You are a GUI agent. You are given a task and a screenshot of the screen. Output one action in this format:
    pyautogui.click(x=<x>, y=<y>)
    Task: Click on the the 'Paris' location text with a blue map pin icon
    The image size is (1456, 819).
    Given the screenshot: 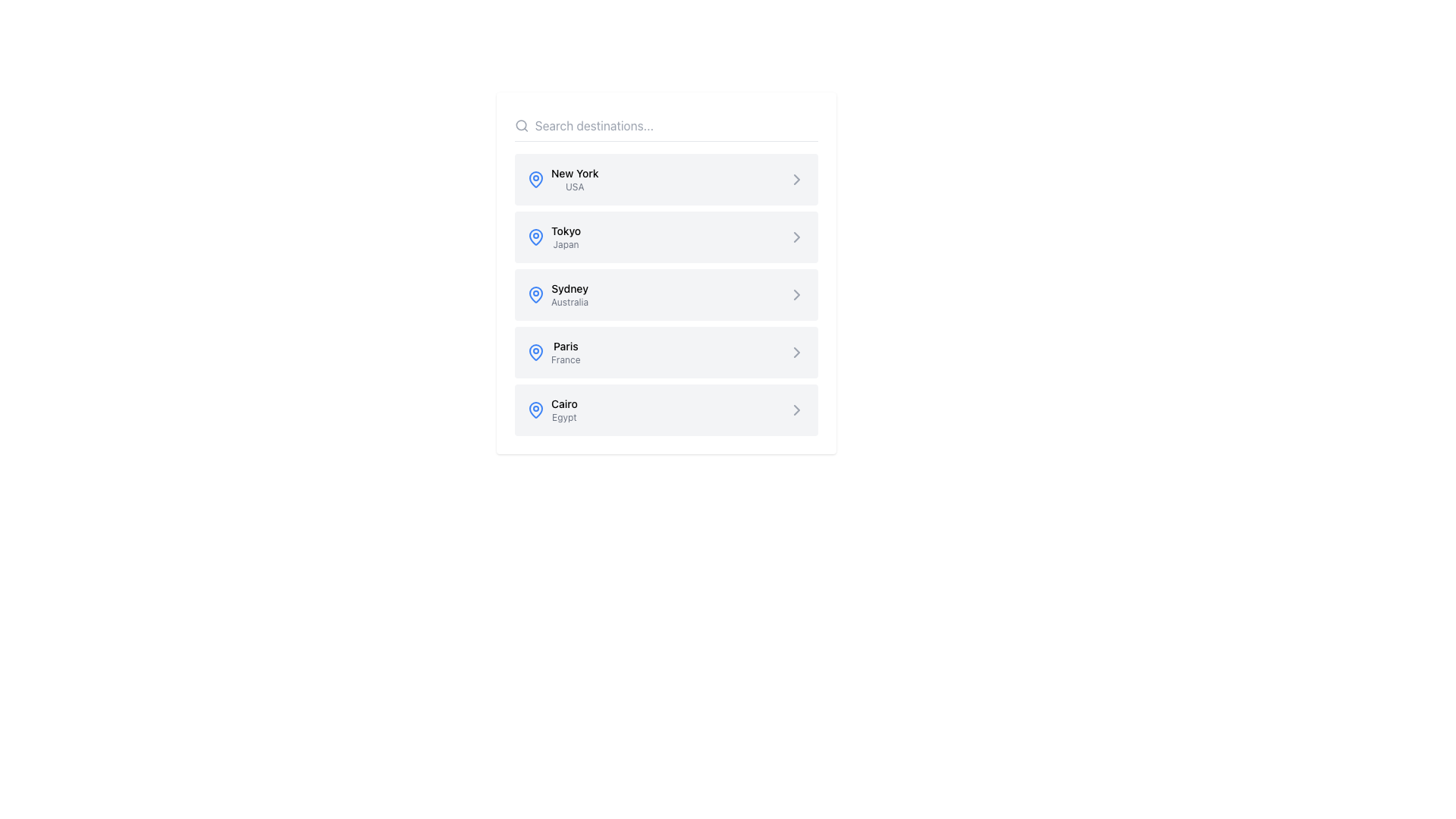 What is the action you would take?
    pyautogui.click(x=553, y=353)
    